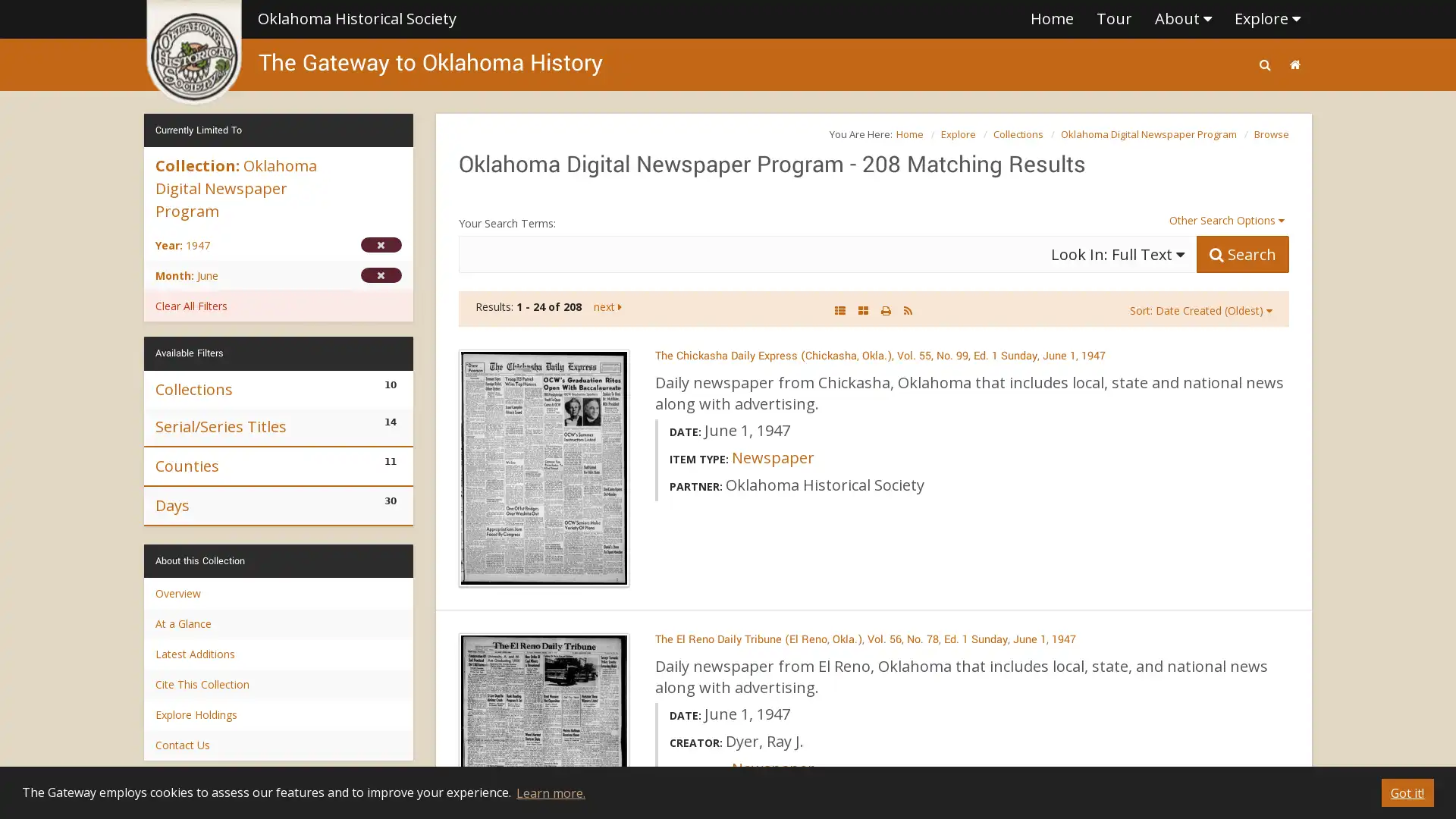  Describe the element at coordinates (278, 388) in the screenshot. I see `Filter these results to one of 10 Collections` at that location.